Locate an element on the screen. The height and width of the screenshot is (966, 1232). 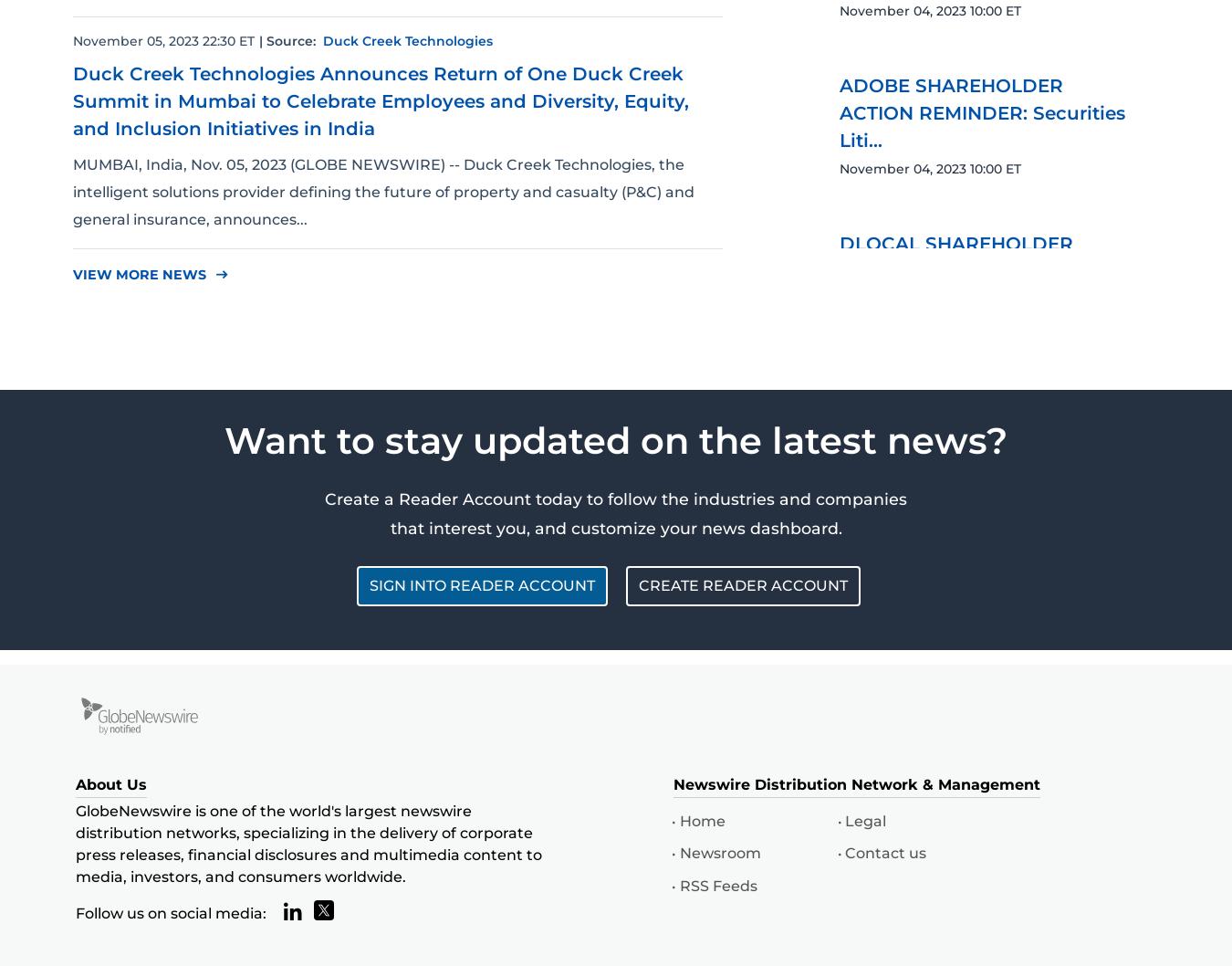
'View More News' is located at coordinates (72, 273).